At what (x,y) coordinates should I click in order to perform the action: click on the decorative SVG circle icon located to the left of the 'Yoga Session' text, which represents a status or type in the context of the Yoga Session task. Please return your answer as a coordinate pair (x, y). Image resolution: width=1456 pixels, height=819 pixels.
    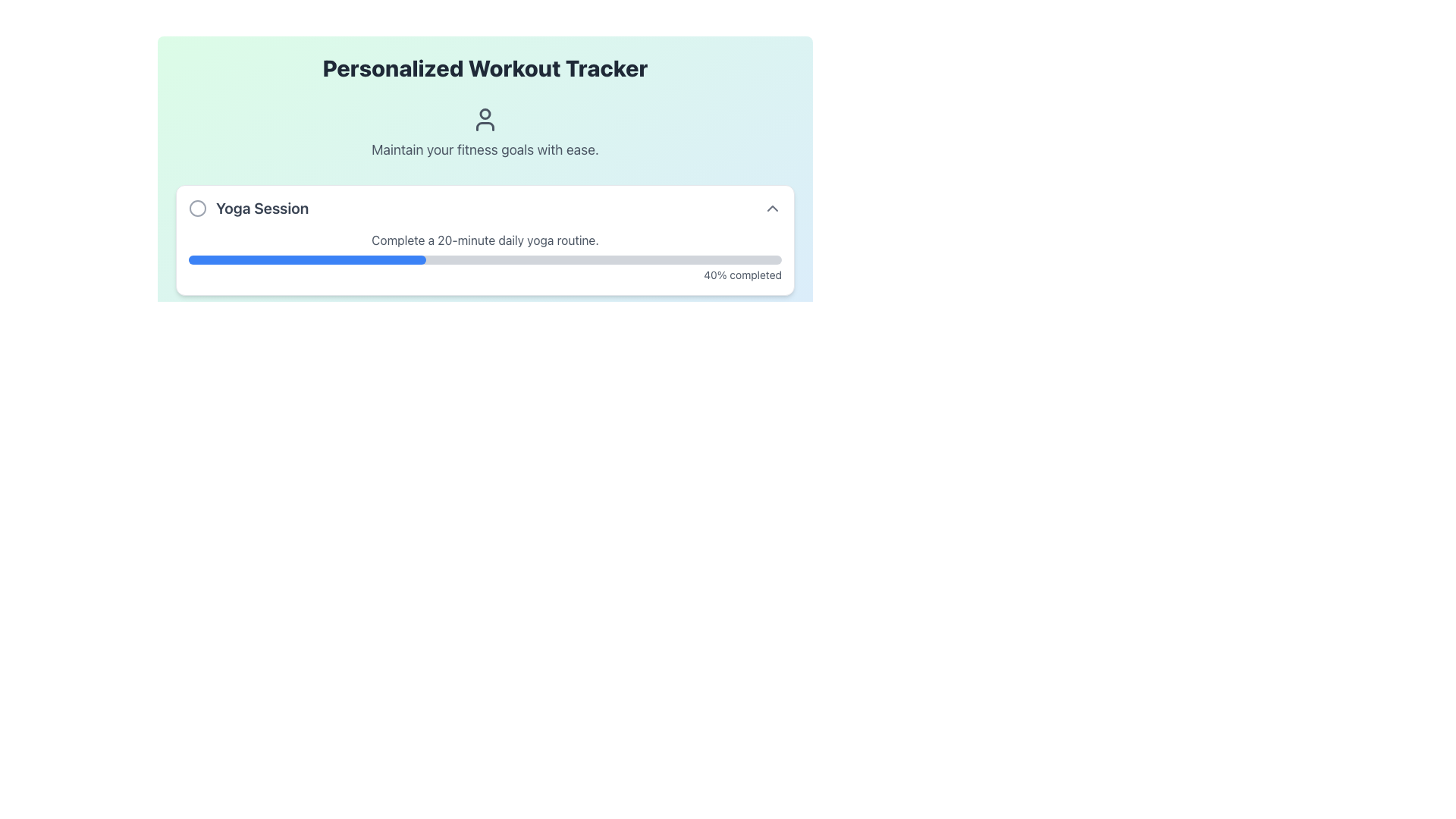
    Looking at the image, I should click on (196, 208).